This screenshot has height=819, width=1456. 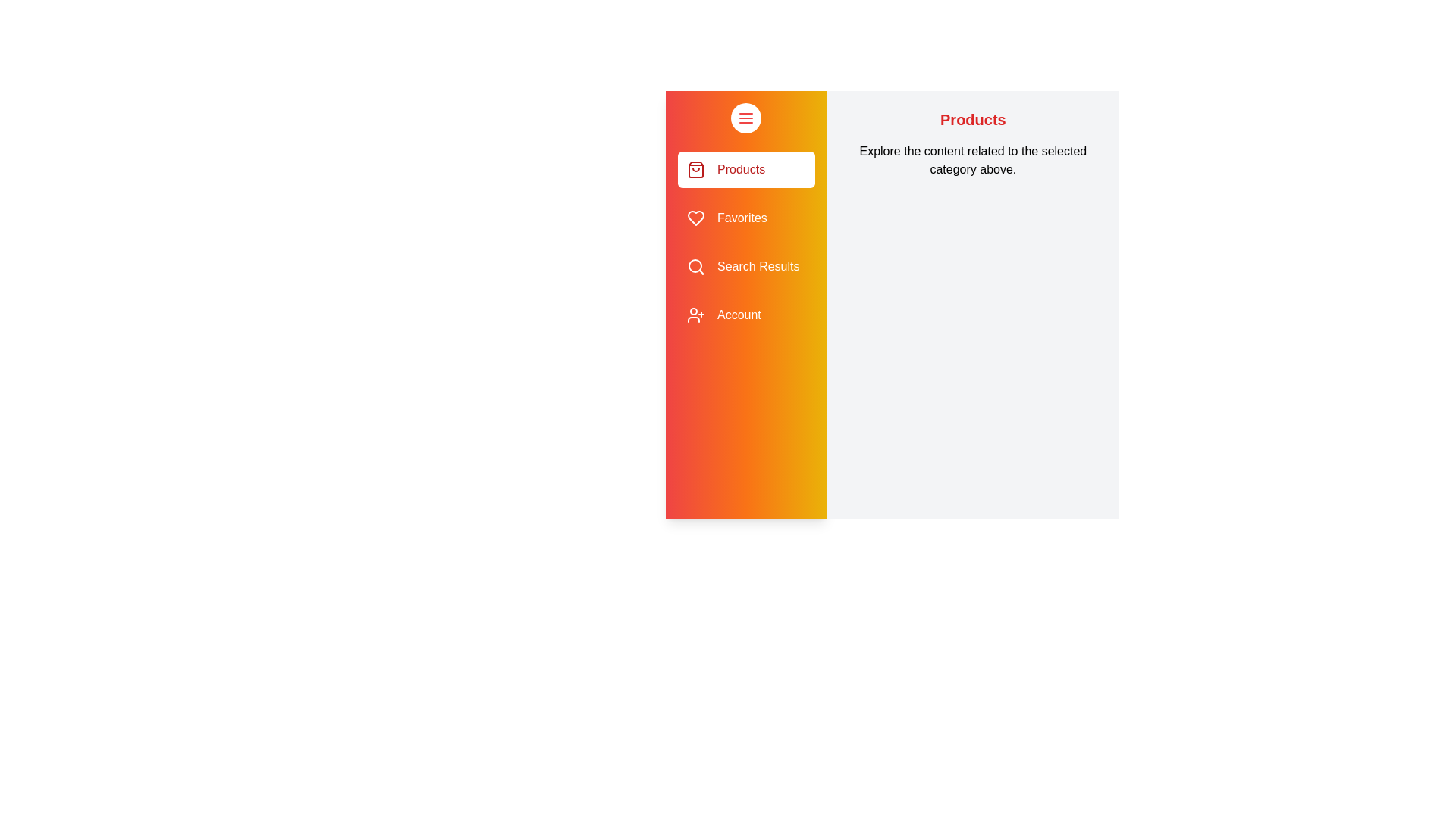 What do you see at coordinates (695, 265) in the screenshot?
I see `the sidebar icon for Search Results to navigate to the corresponding section` at bounding box center [695, 265].